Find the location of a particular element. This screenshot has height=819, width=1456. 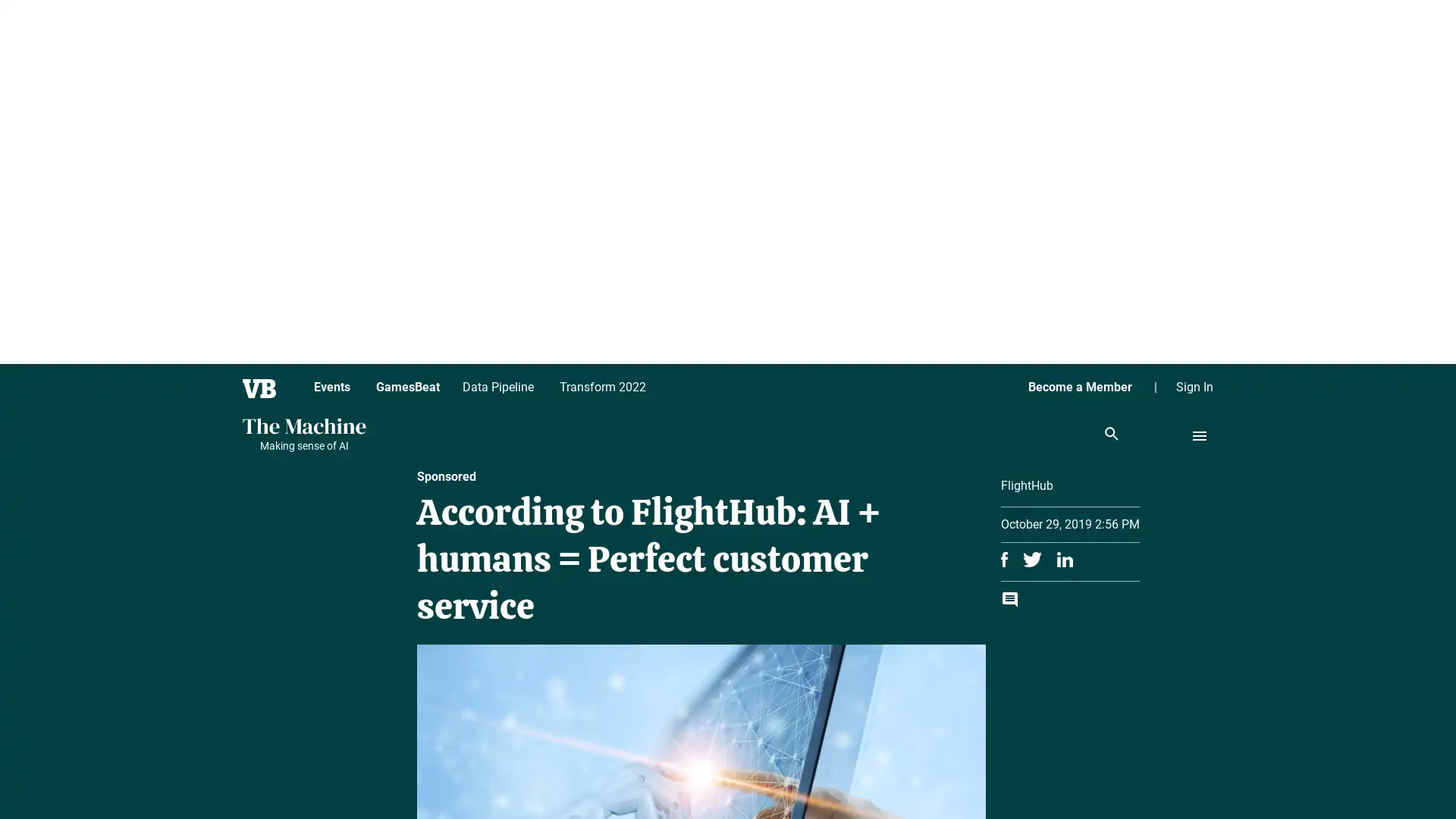

Open navigation menu is located at coordinates (1199, 435).